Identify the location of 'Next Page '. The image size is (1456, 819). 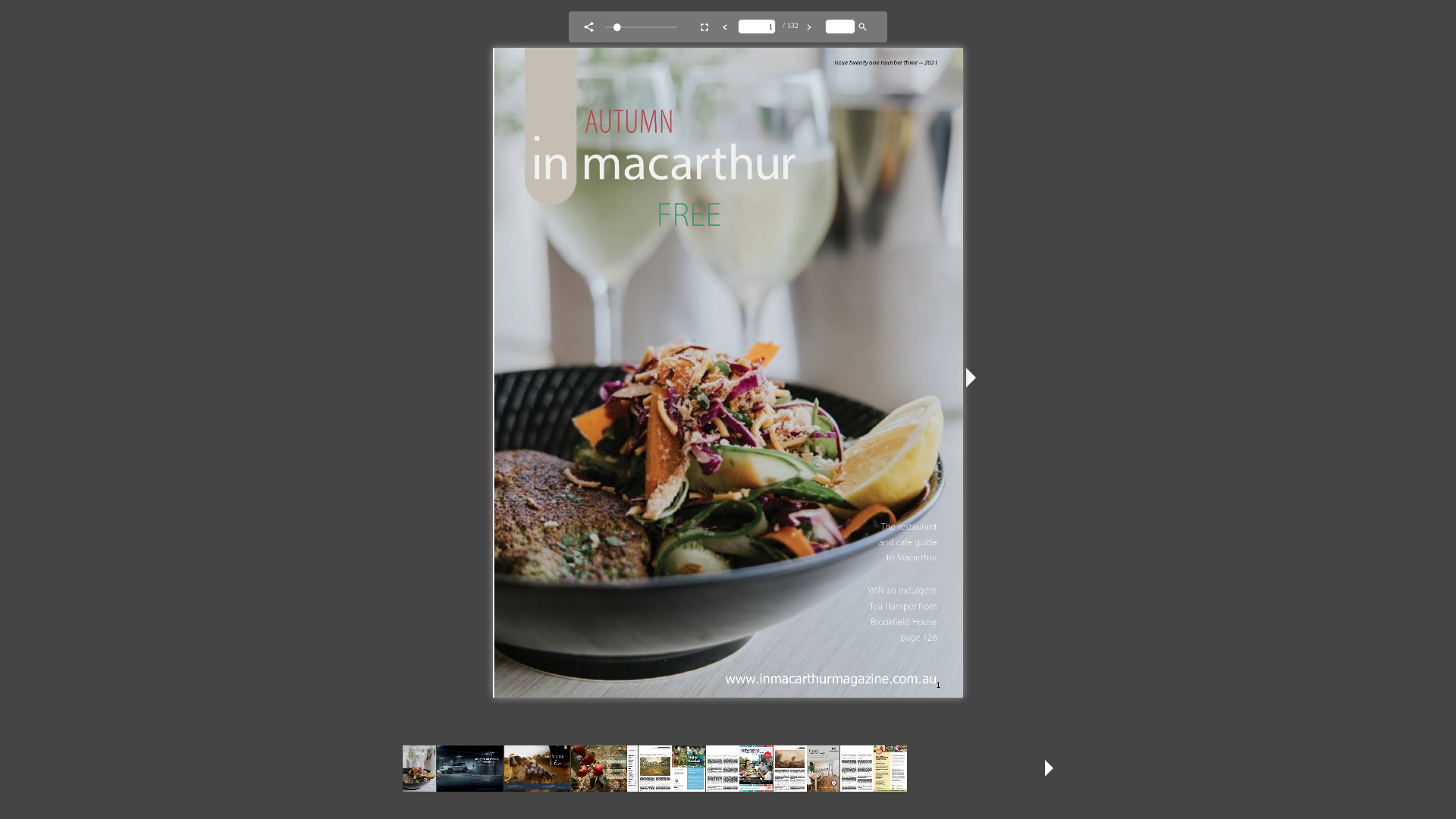
(808, 27).